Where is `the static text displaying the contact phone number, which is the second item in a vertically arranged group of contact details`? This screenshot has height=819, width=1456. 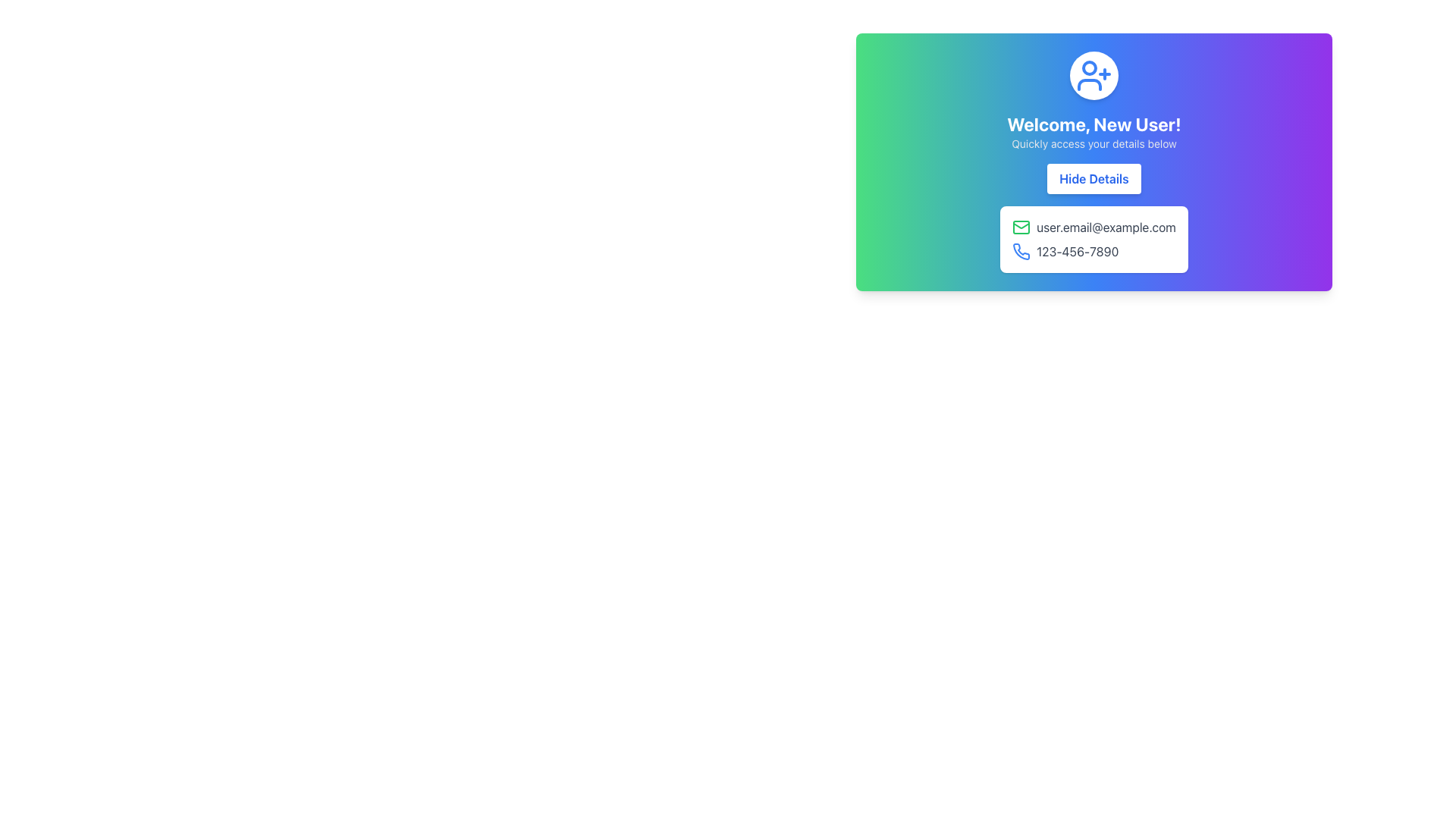
the static text displaying the contact phone number, which is the second item in a vertically arranged group of contact details is located at coordinates (1094, 250).